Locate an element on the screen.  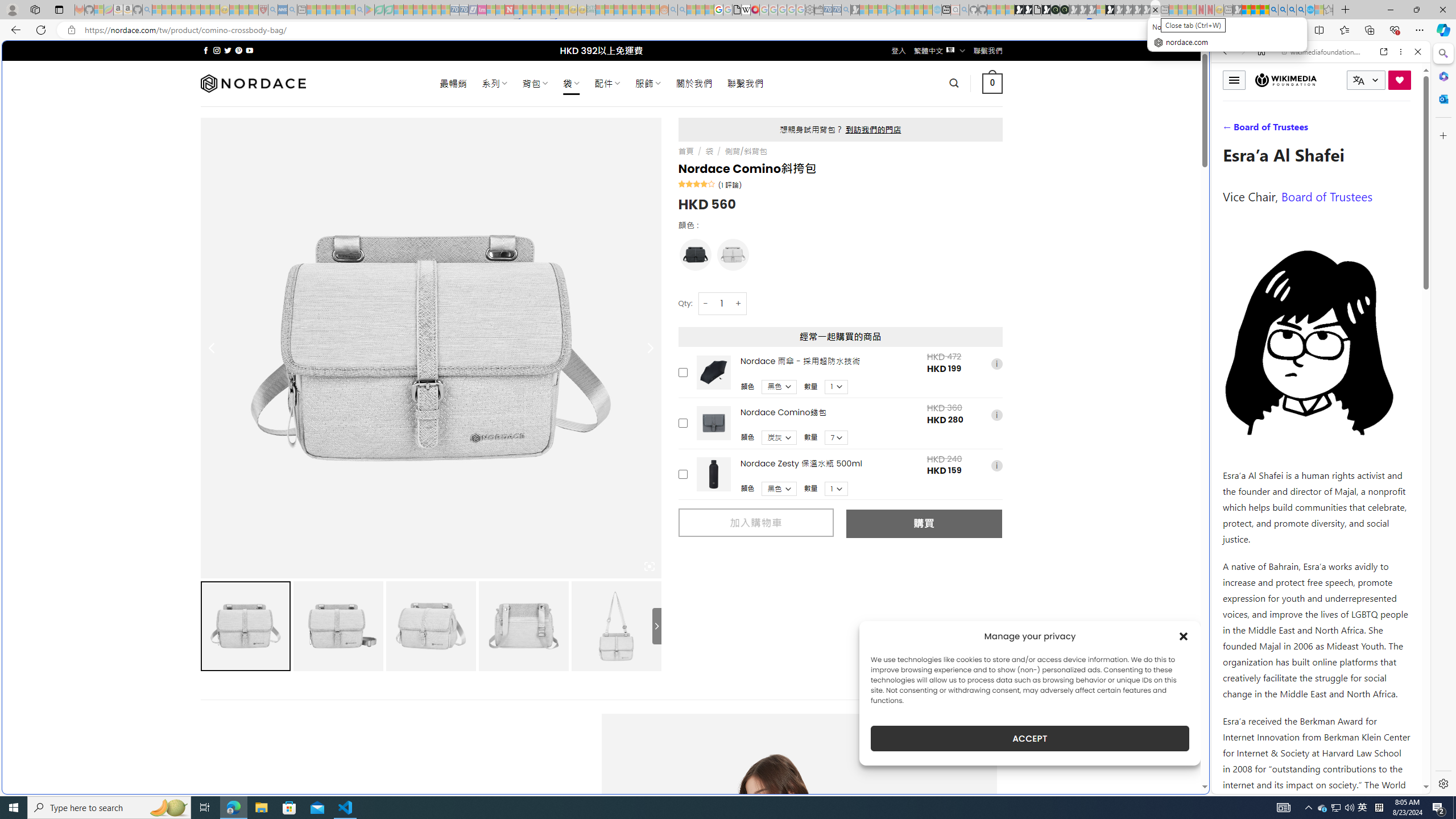
'Collections' is located at coordinates (1368, 29).